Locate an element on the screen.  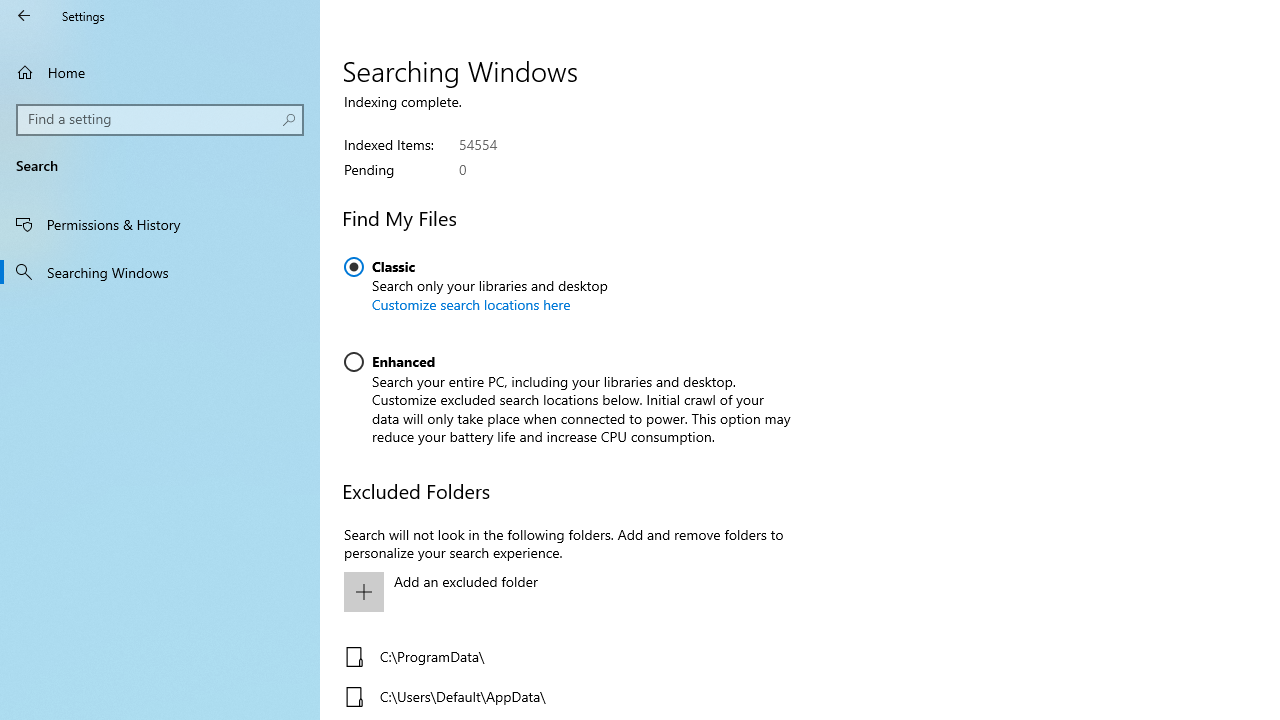
'Search box, Find a setting' is located at coordinates (160, 119).